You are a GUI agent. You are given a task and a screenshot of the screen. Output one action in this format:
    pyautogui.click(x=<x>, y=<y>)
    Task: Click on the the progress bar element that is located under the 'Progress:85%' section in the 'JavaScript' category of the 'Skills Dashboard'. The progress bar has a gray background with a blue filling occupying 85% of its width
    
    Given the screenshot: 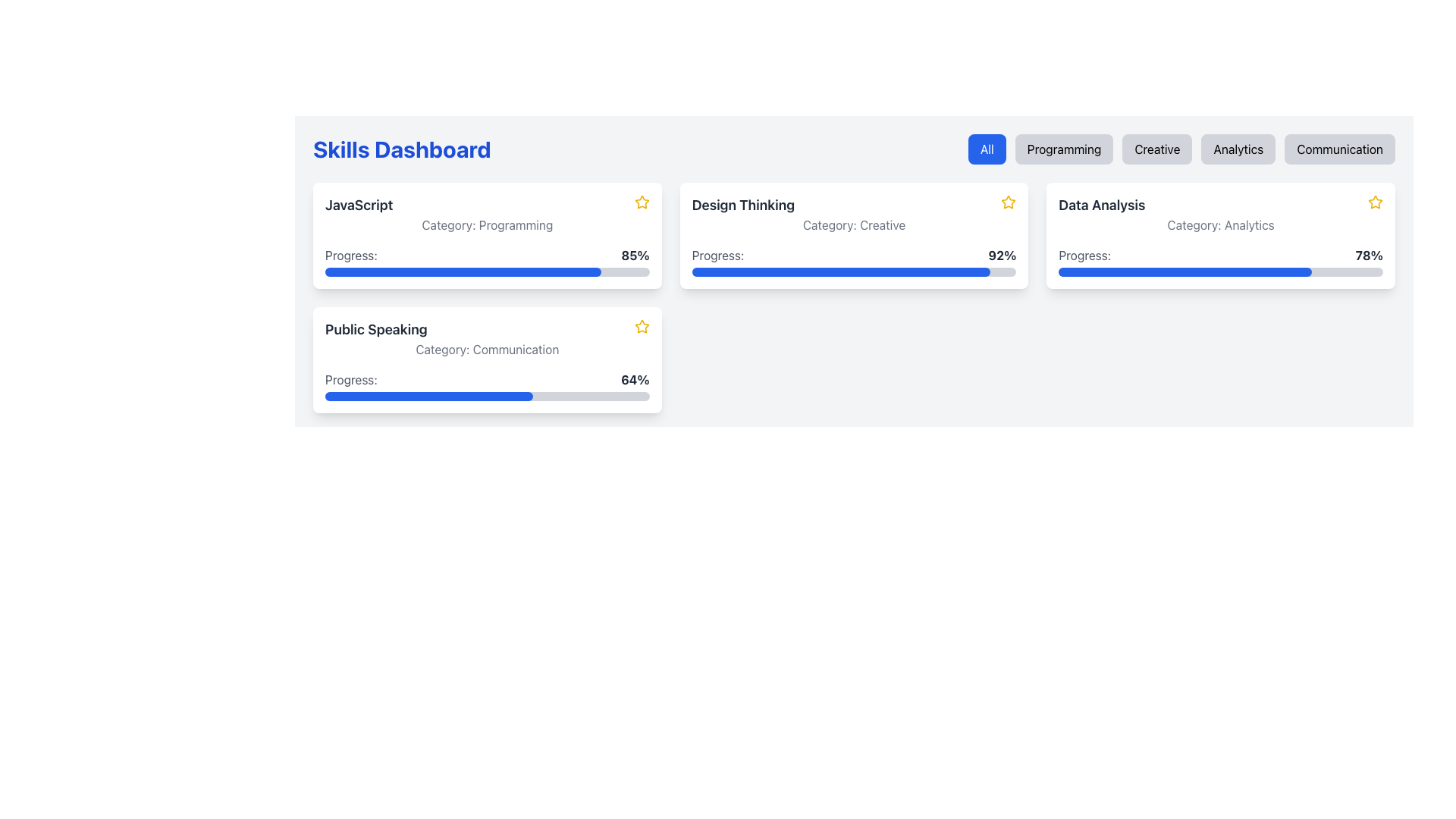 What is the action you would take?
    pyautogui.click(x=487, y=271)
    